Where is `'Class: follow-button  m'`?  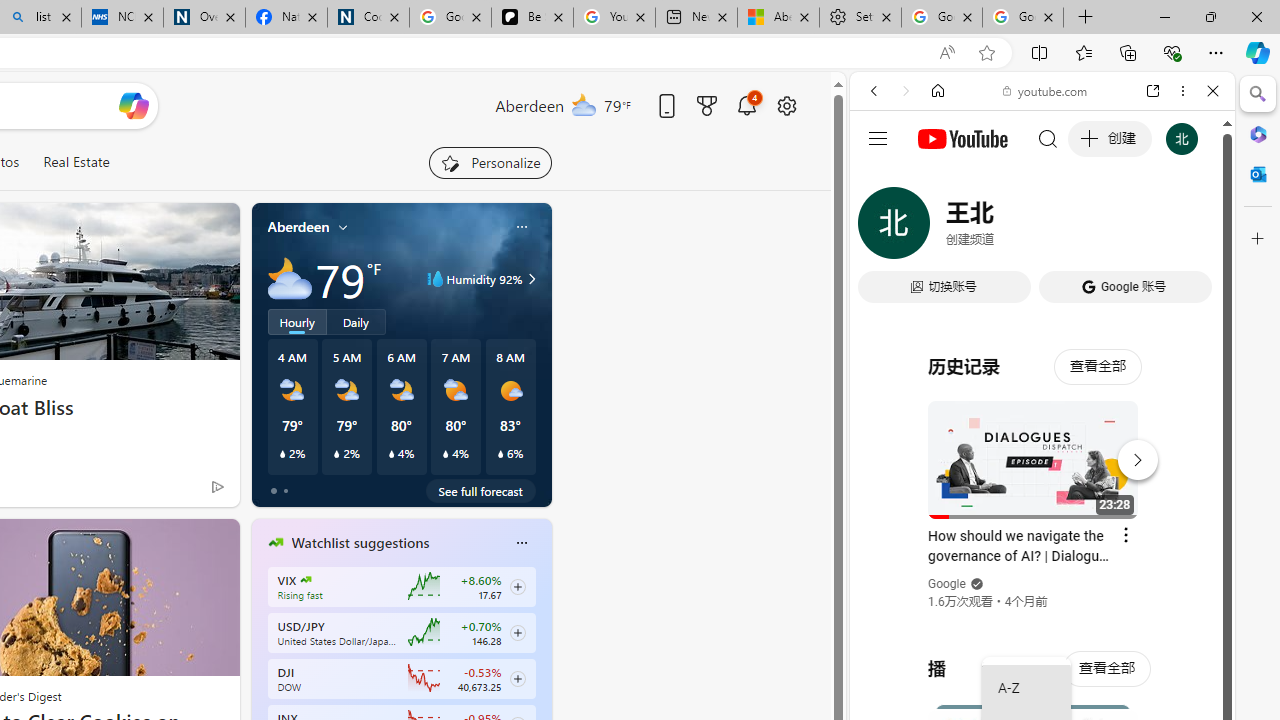 'Class: follow-button  m' is located at coordinates (517, 677).